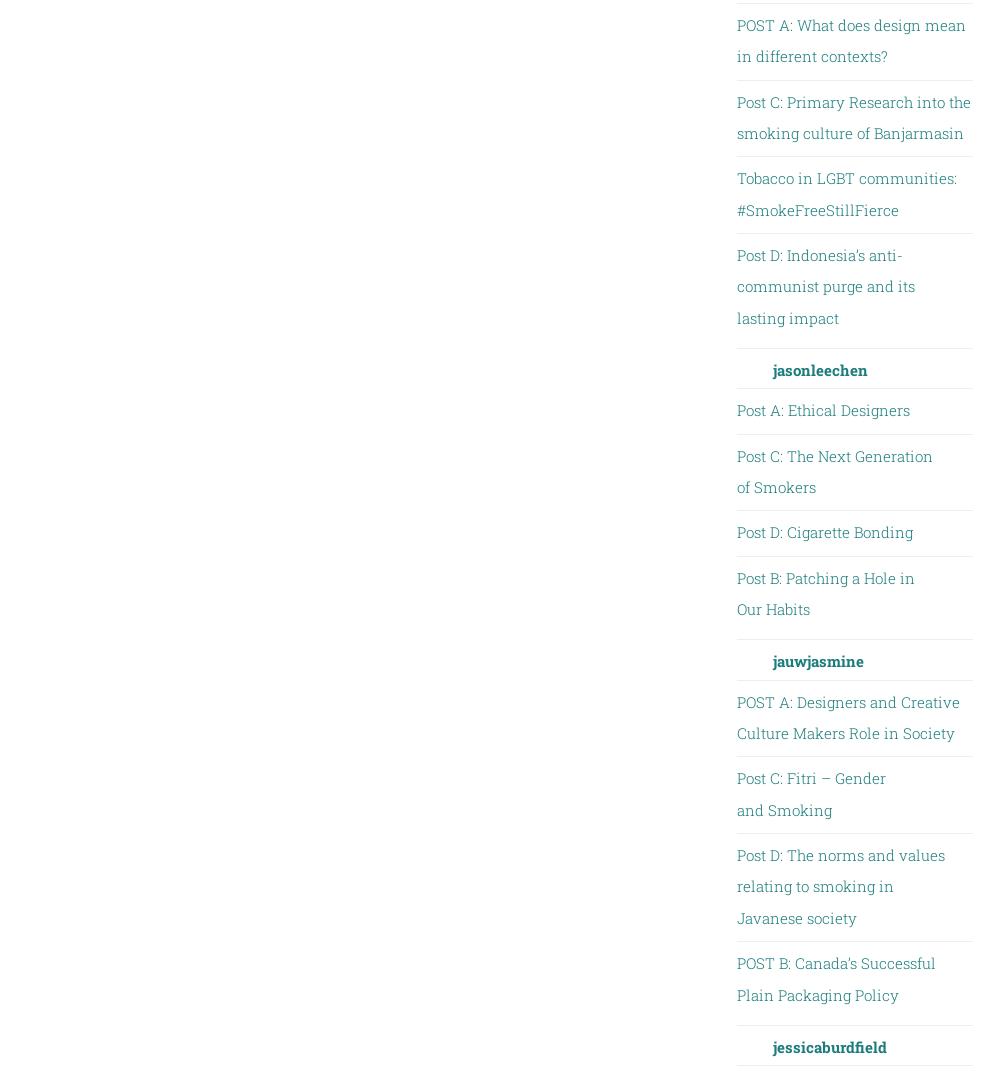 This screenshot has height=1078, width=1000. What do you see at coordinates (821, 408) in the screenshot?
I see `'Post A: Ethical Designers'` at bounding box center [821, 408].